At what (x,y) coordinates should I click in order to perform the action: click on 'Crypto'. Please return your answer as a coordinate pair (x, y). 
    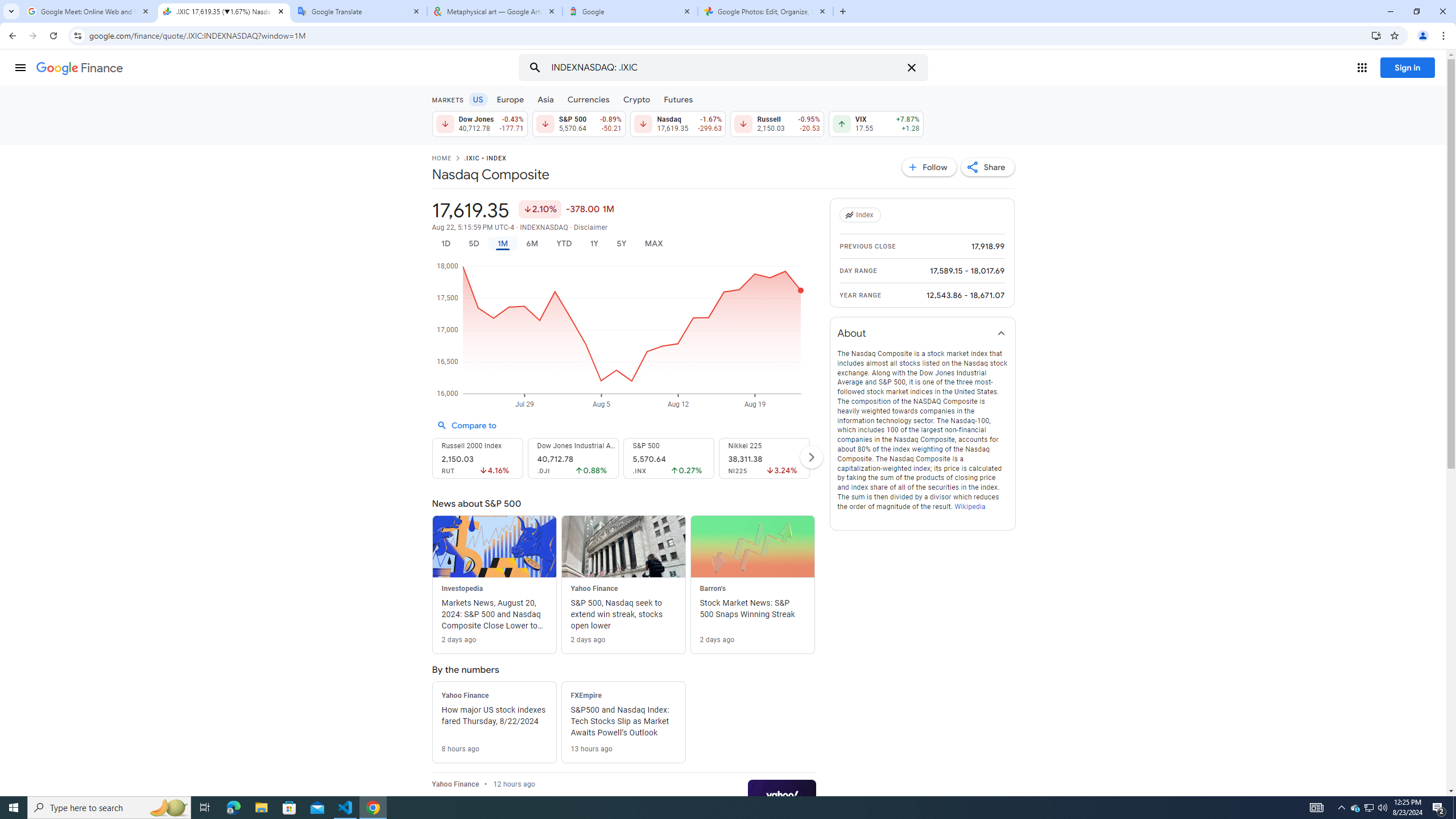
    Looking at the image, I should click on (637, 98).